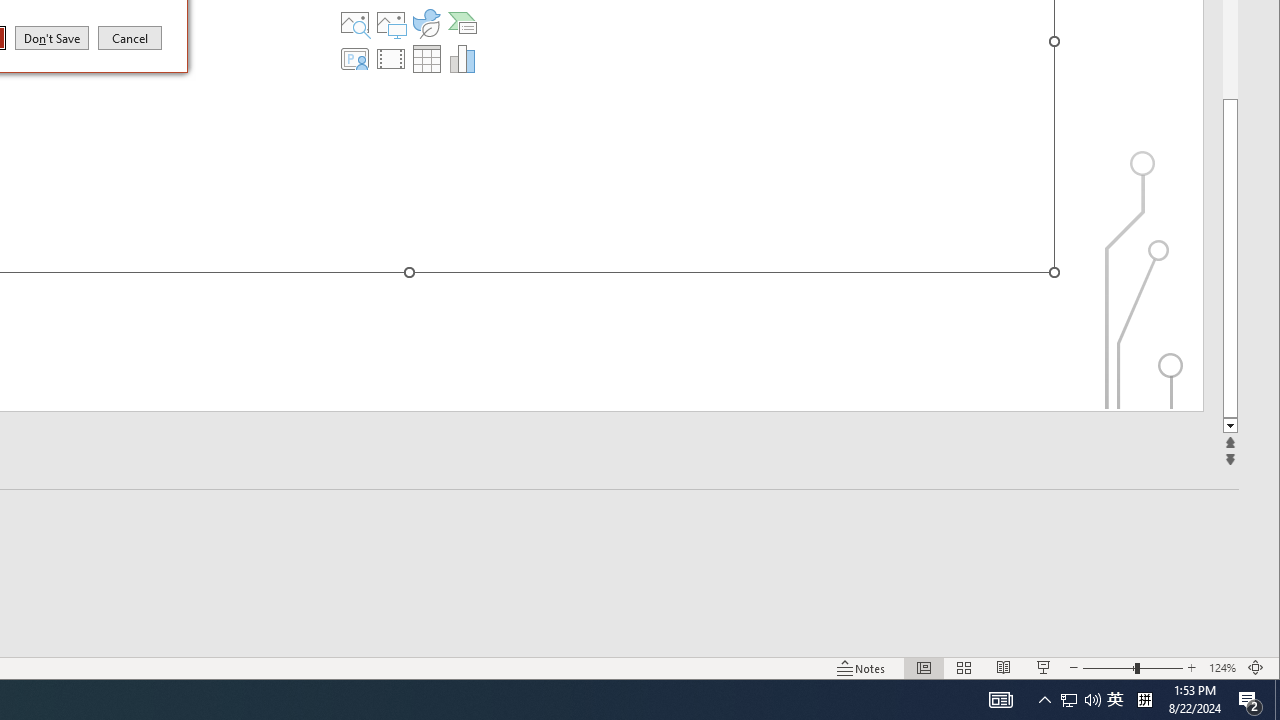 The height and width of the screenshot is (720, 1280). Describe the element at coordinates (355, 23) in the screenshot. I see `'Stock Images'` at that location.